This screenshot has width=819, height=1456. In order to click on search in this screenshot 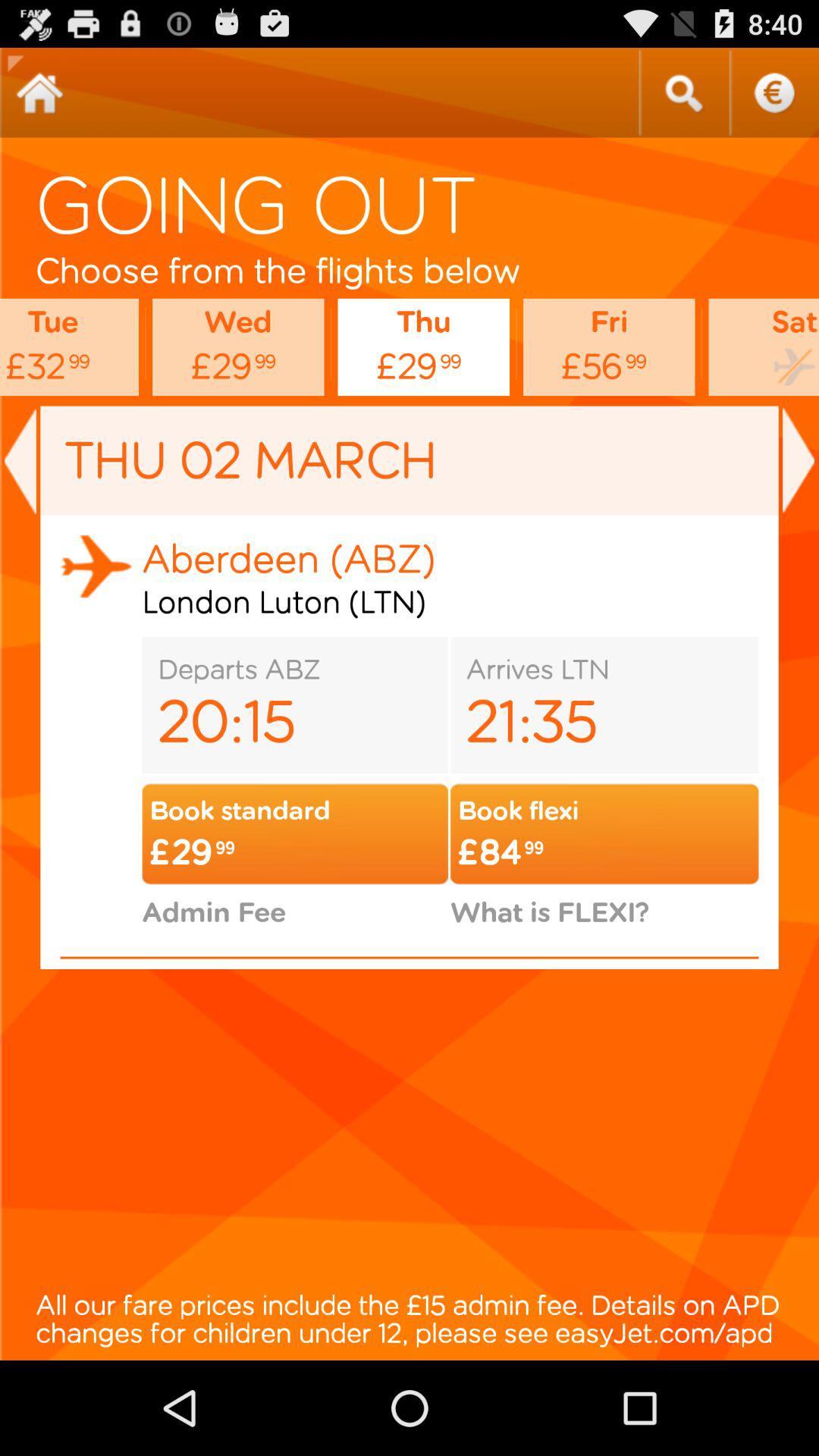, I will do `click(683, 92)`.